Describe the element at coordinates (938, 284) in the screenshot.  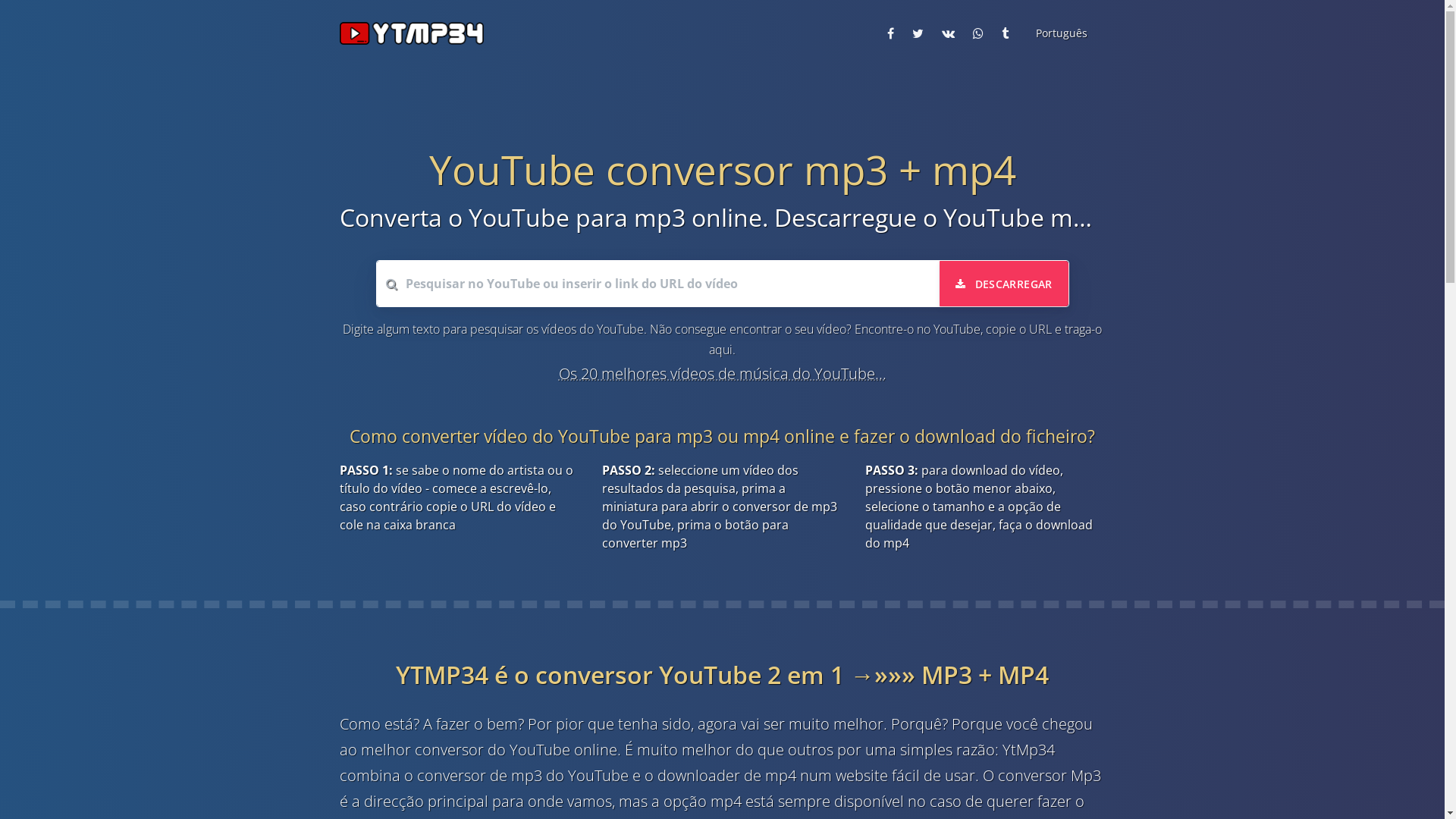
I see `'DESCARREGAR'` at that location.